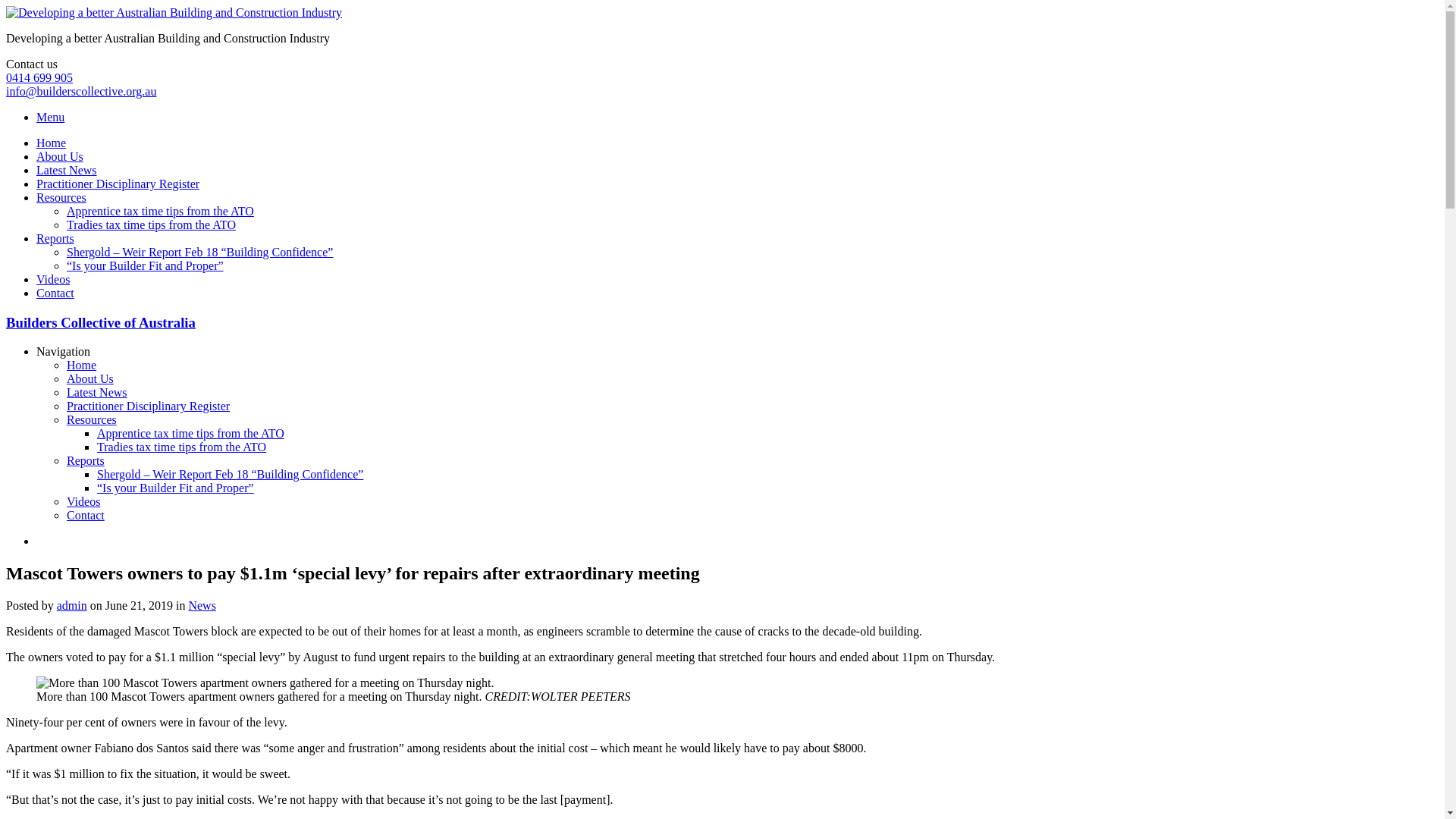 This screenshot has height=819, width=1456. Describe the element at coordinates (190, 433) in the screenshot. I see `'Apprentice tax time tips from the ATO'` at that location.